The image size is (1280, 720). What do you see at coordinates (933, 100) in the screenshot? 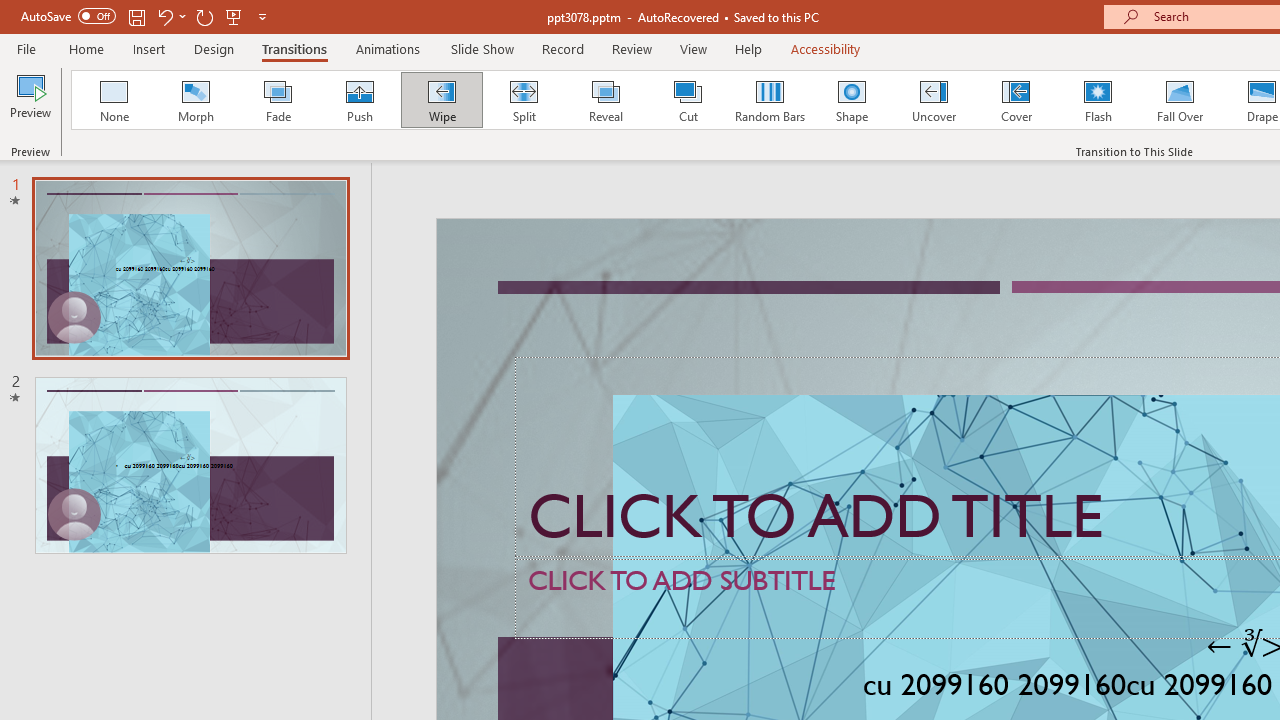
I see `'Uncover'` at bounding box center [933, 100].